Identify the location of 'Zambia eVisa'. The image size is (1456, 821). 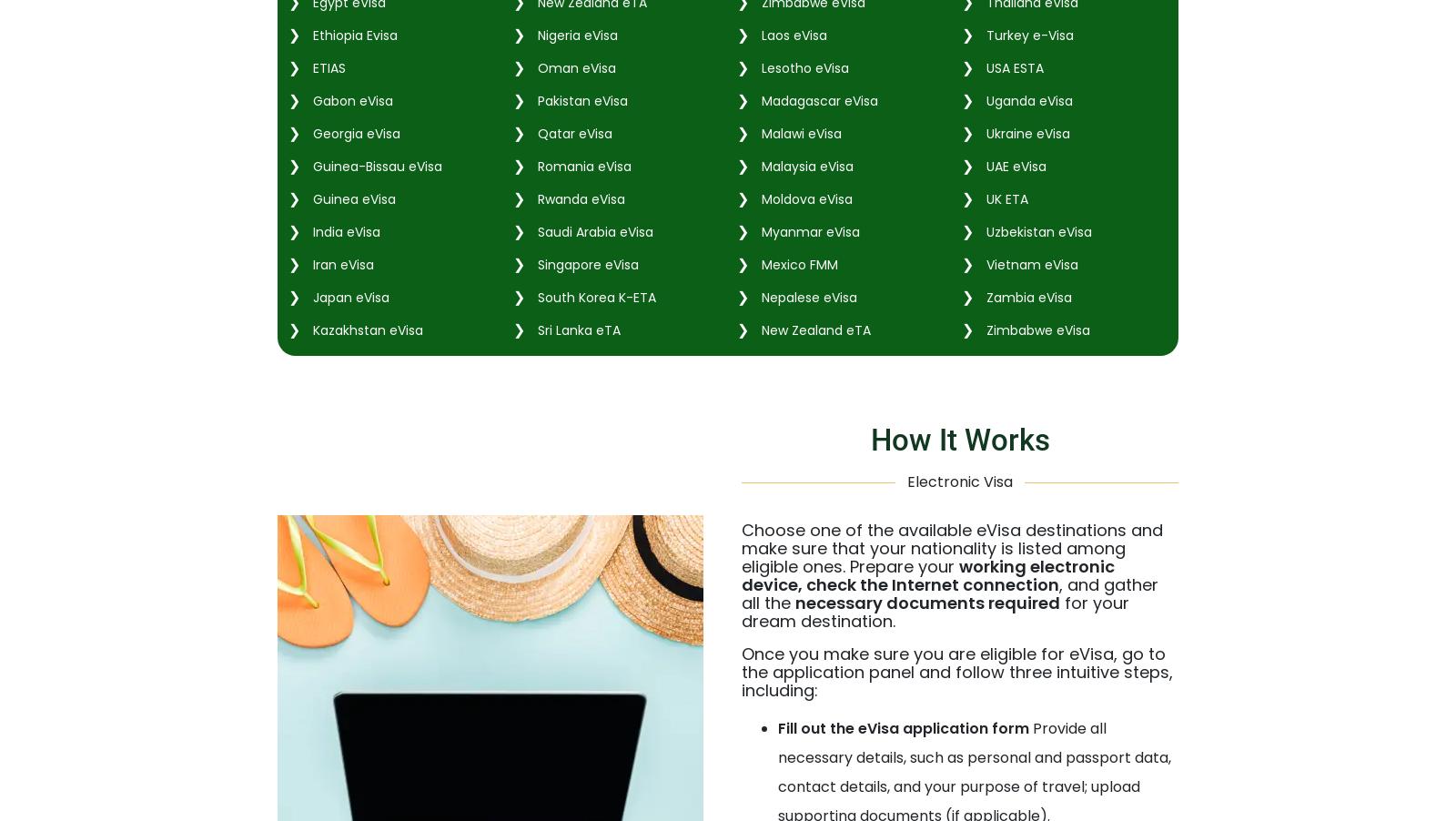
(1026, 295).